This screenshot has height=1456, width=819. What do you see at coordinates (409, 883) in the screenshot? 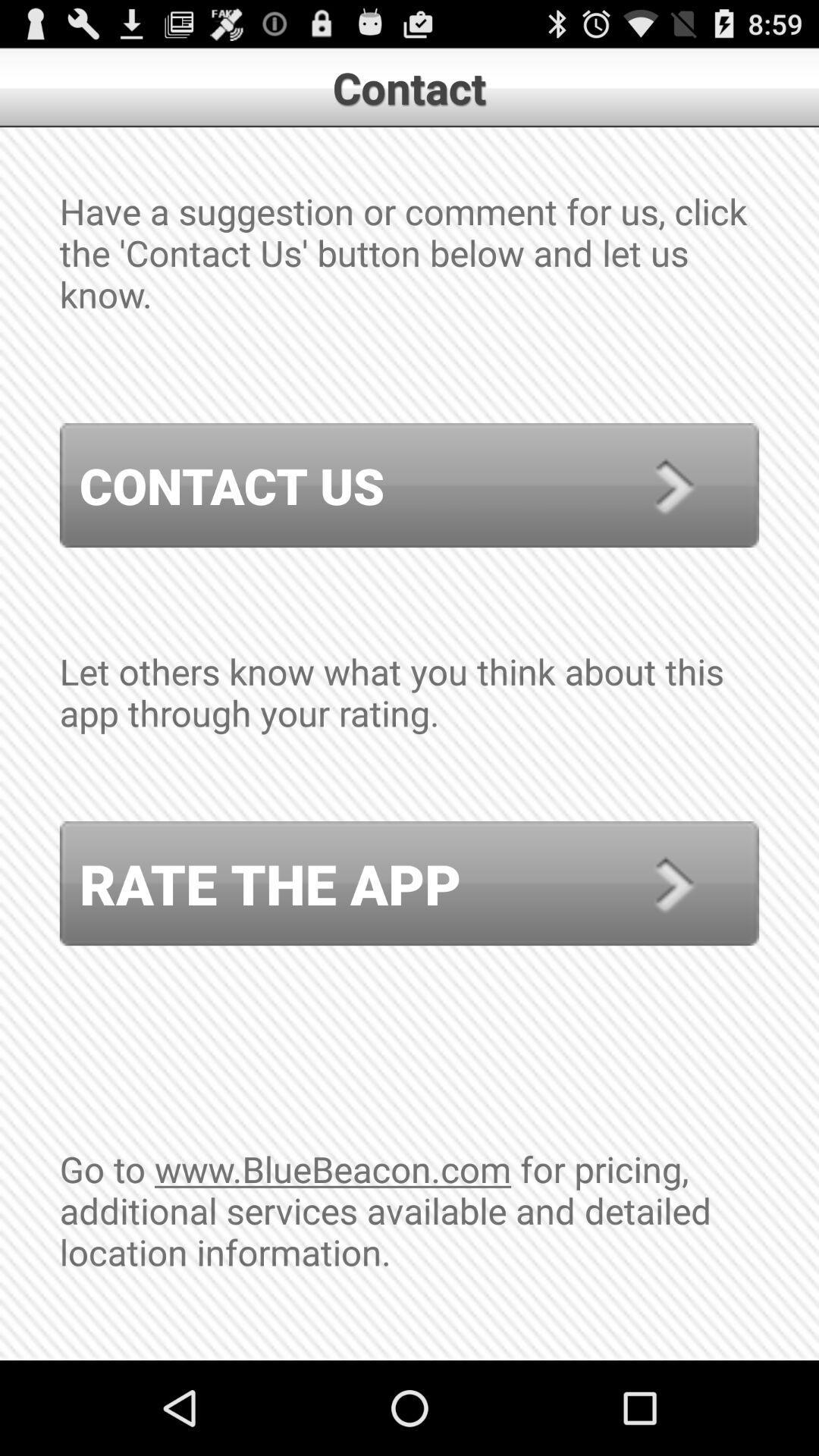
I see `the rate the app item` at bounding box center [409, 883].